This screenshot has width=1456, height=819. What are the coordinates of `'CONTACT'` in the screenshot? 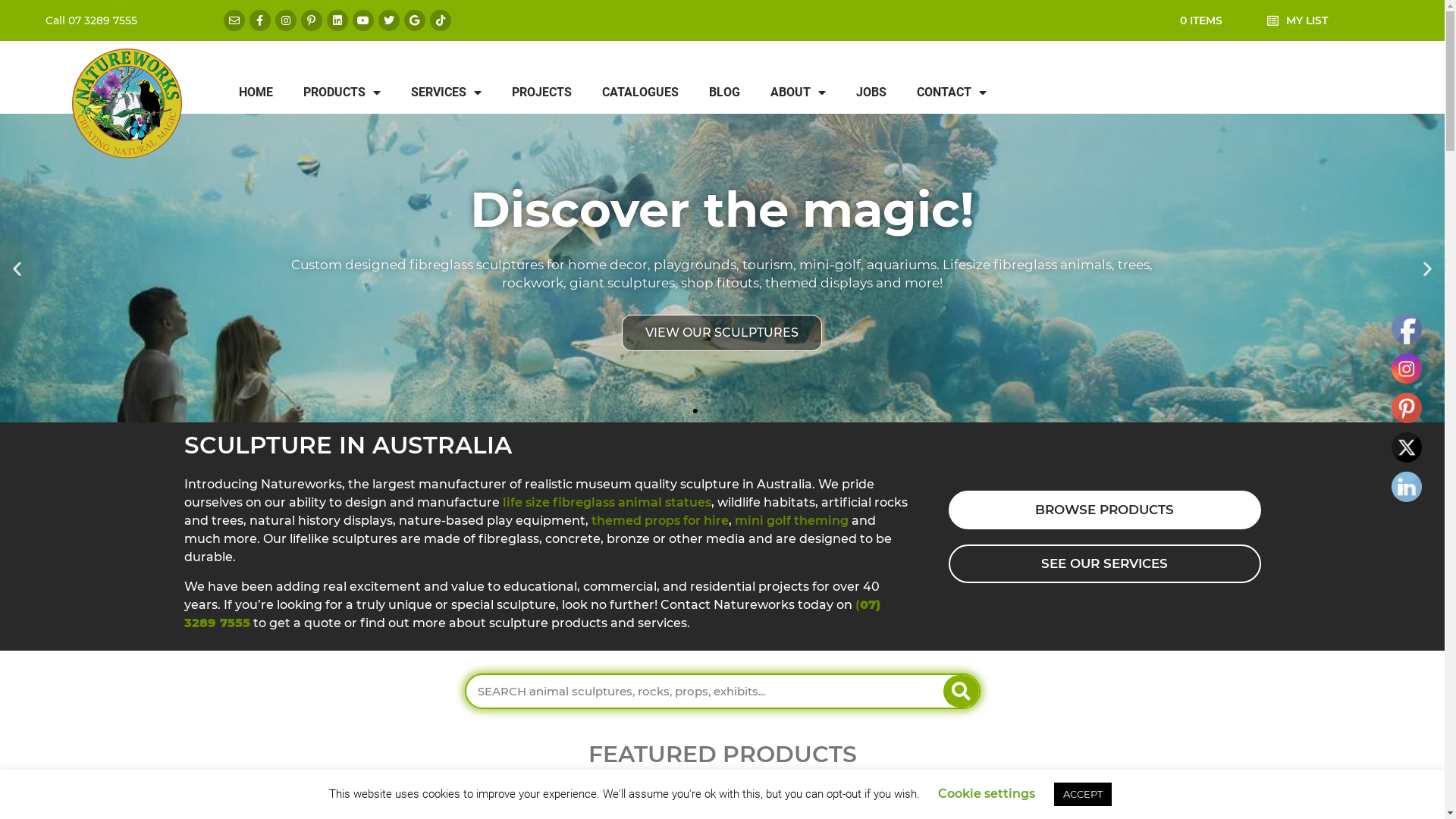 It's located at (950, 93).